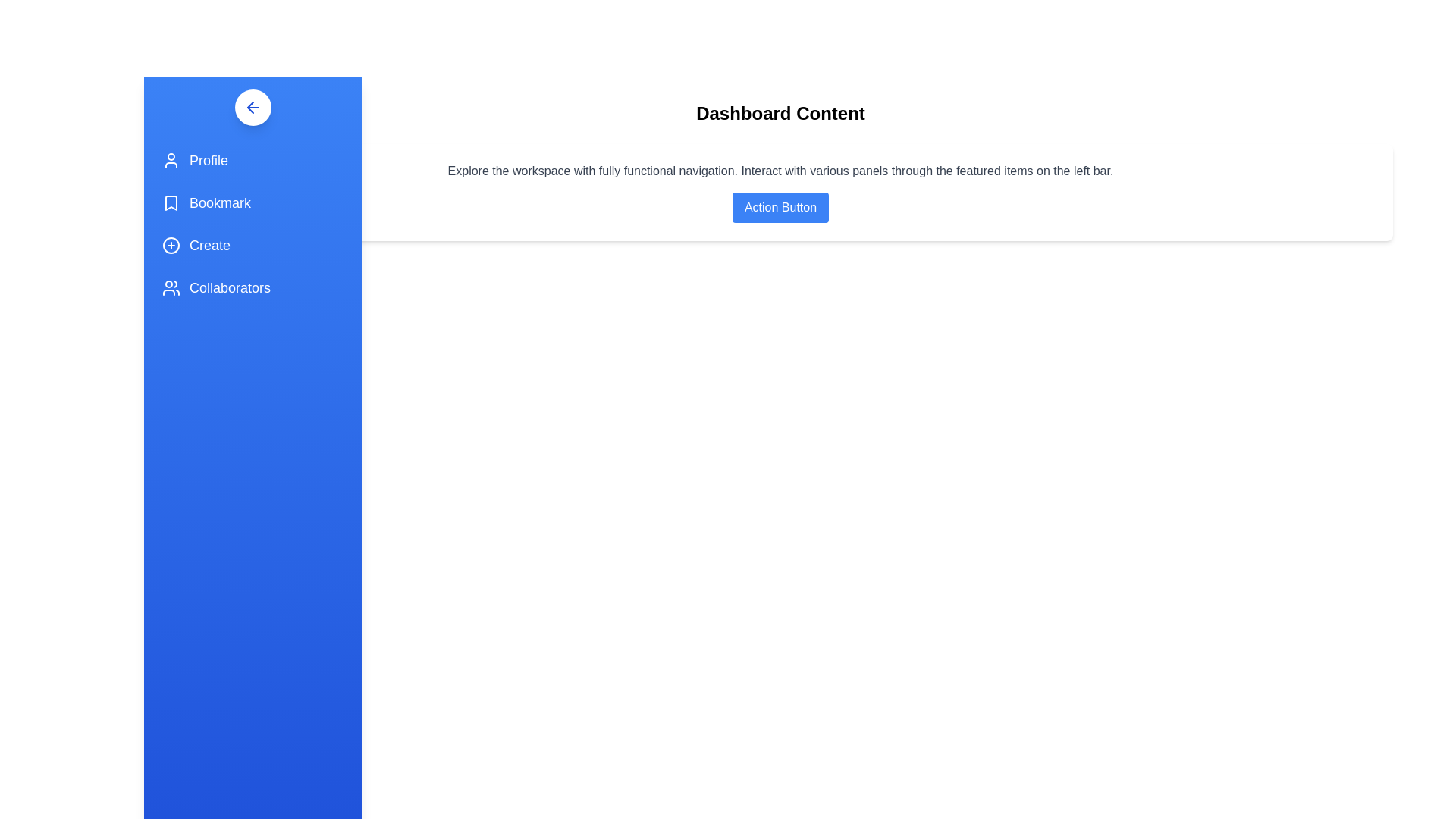 This screenshot has height=819, width=1456. Describe the element at coordinates (253, 202) in the screenshot. I see `the navigation item Bookmark to navigate to the respective section` at that location.